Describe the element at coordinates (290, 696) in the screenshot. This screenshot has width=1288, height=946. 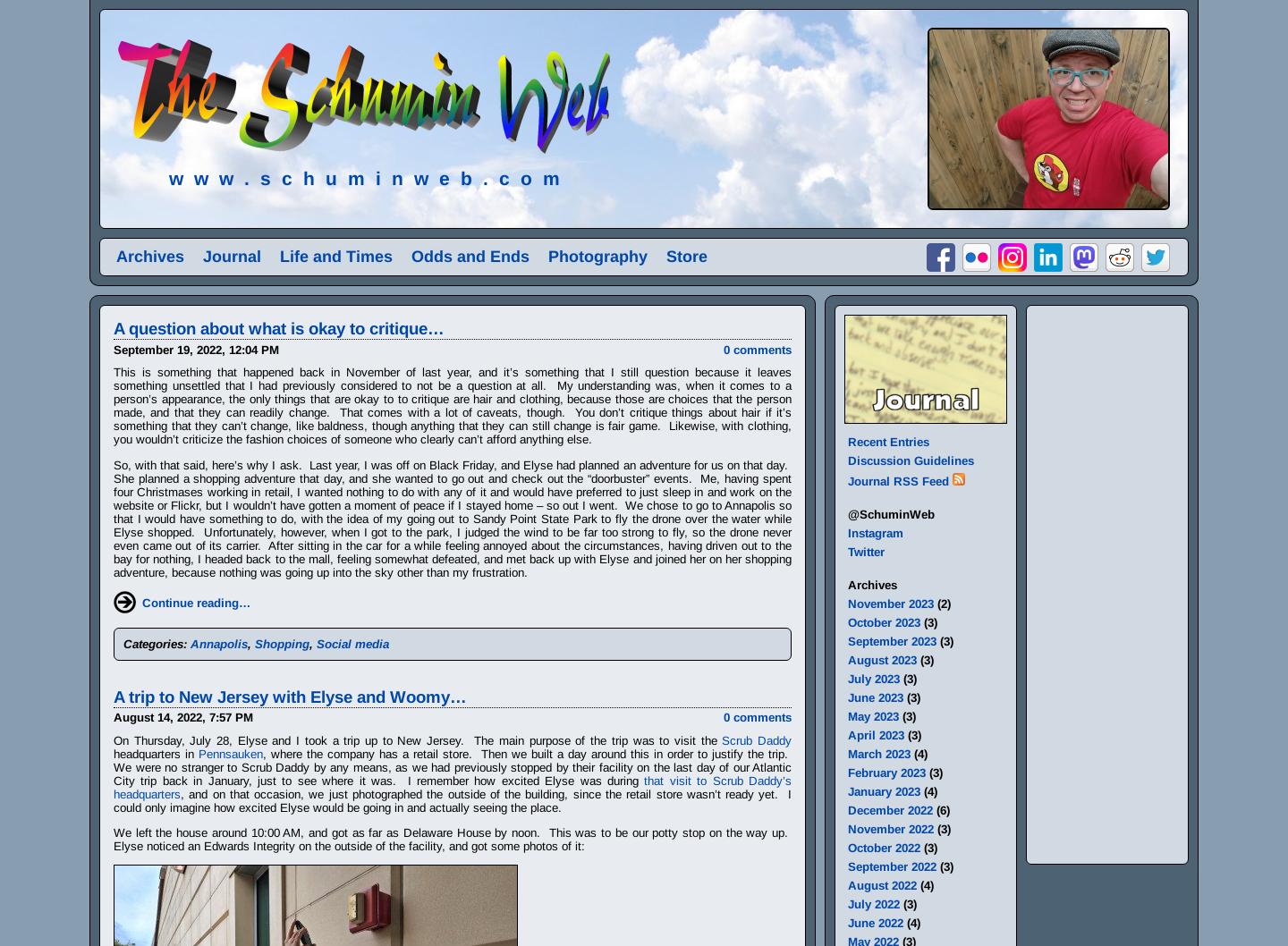
I see `'A trip to New Jersey with Elyse and Woomy…'` at that location.